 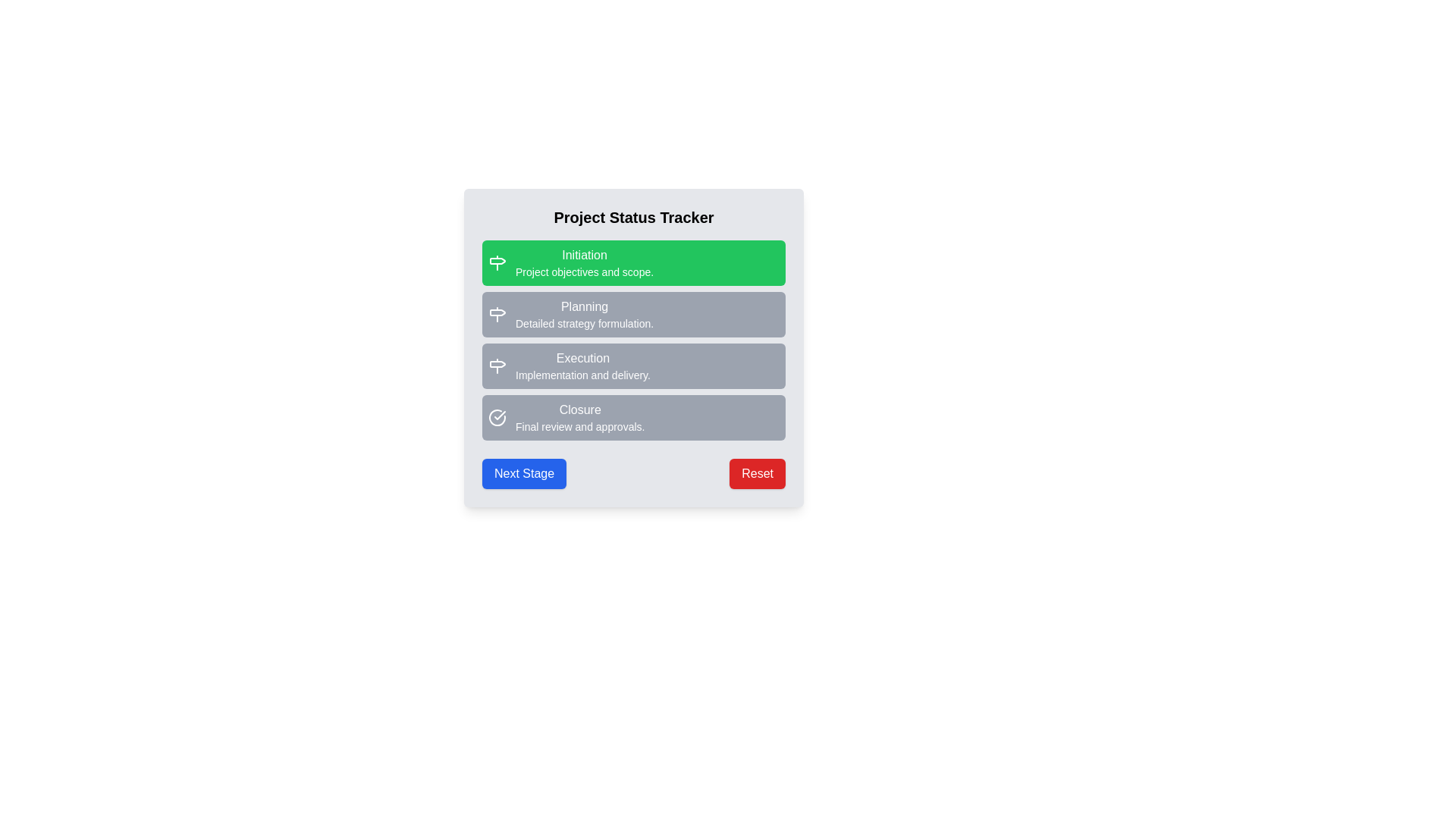 I want to click on the text label reading 'Final review and approvals.' which is located directly under the bold text 'Closure' within the closure stage section of the project status tracker, so click(x=579, y=427).